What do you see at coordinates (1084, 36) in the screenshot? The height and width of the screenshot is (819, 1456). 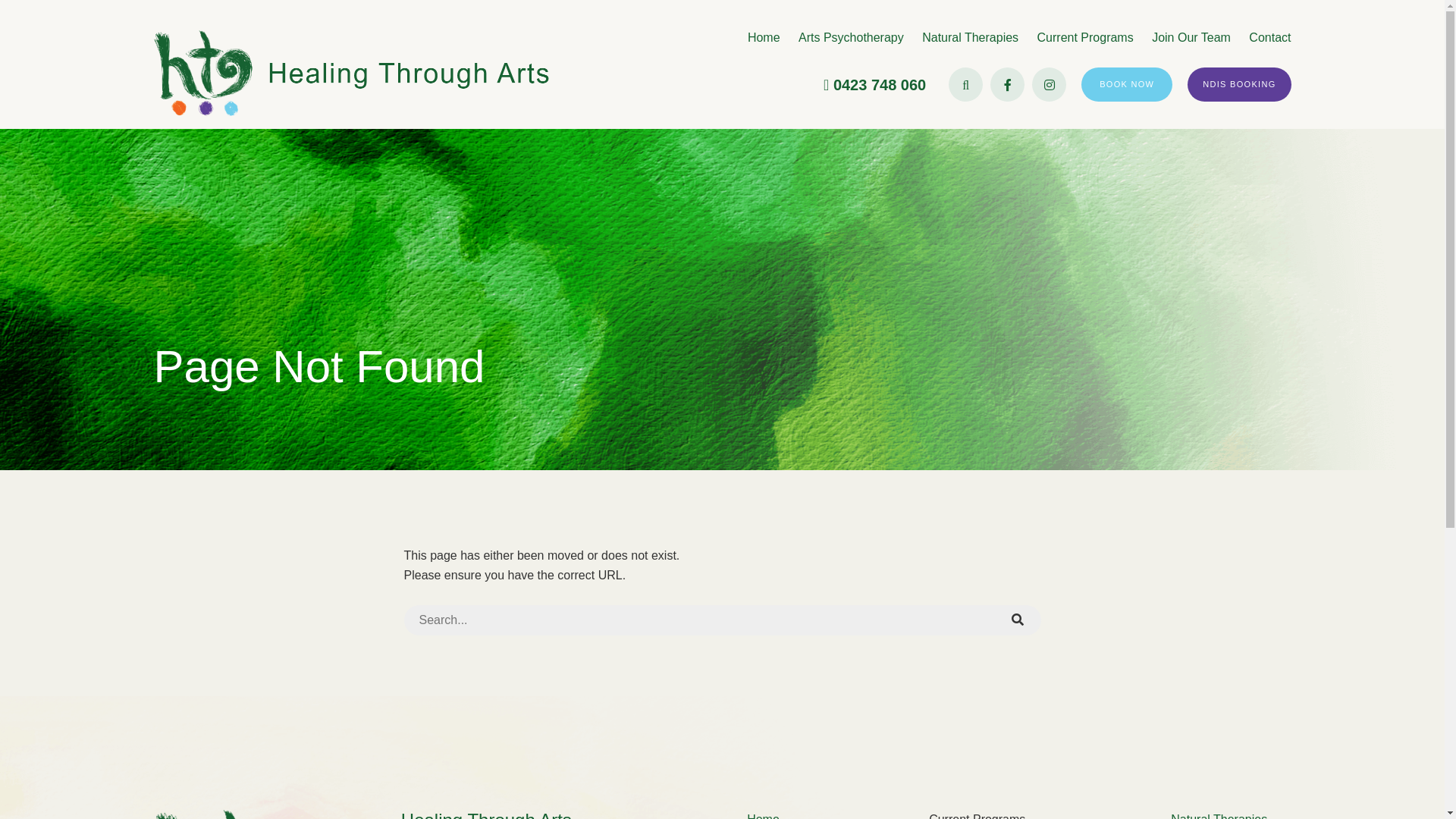 I see `'Current Programs'` at bounding box center [1084, 36].